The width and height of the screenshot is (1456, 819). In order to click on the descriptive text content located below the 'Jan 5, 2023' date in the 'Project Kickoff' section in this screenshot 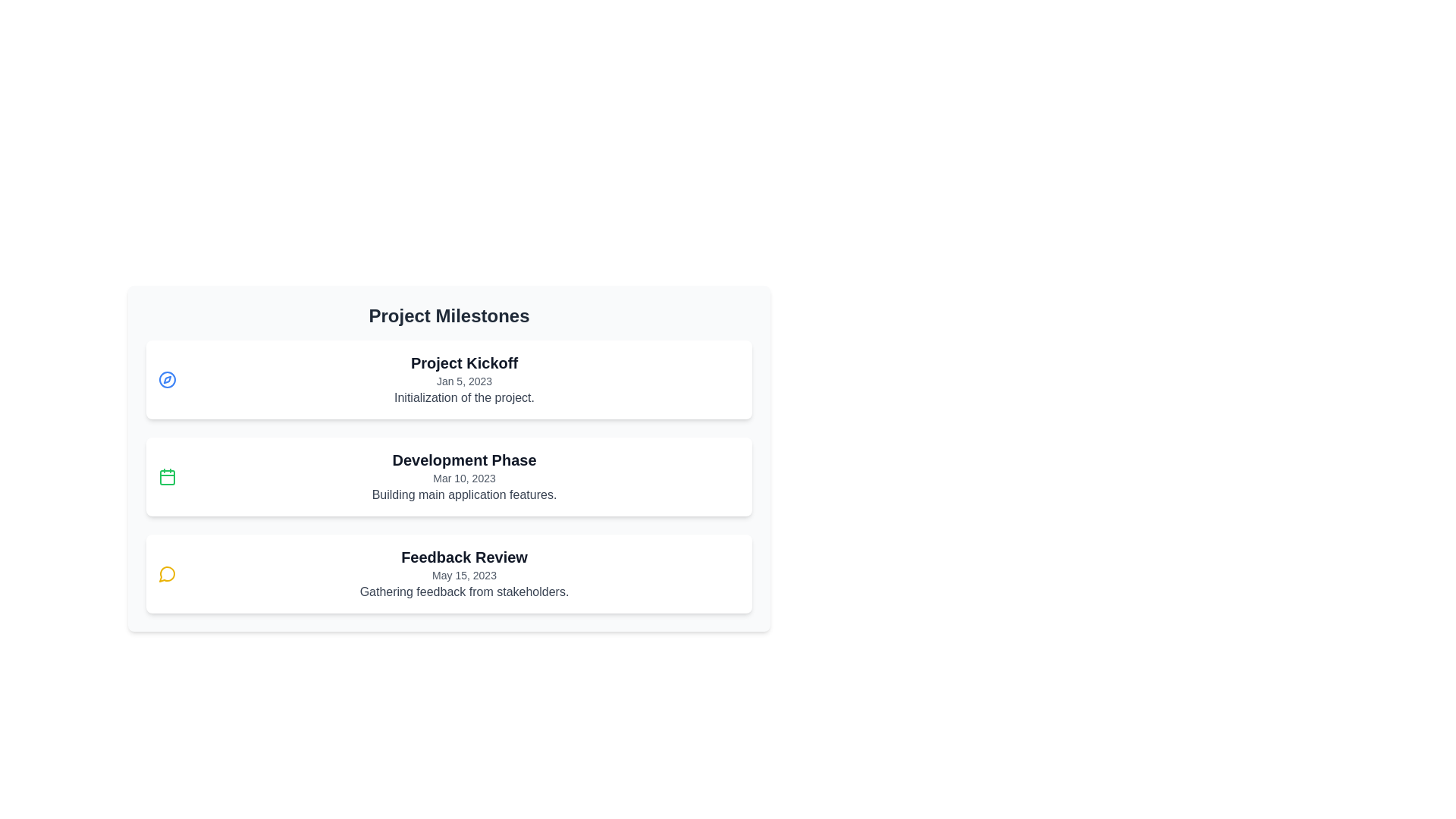, I will do `click(463, 397)`.